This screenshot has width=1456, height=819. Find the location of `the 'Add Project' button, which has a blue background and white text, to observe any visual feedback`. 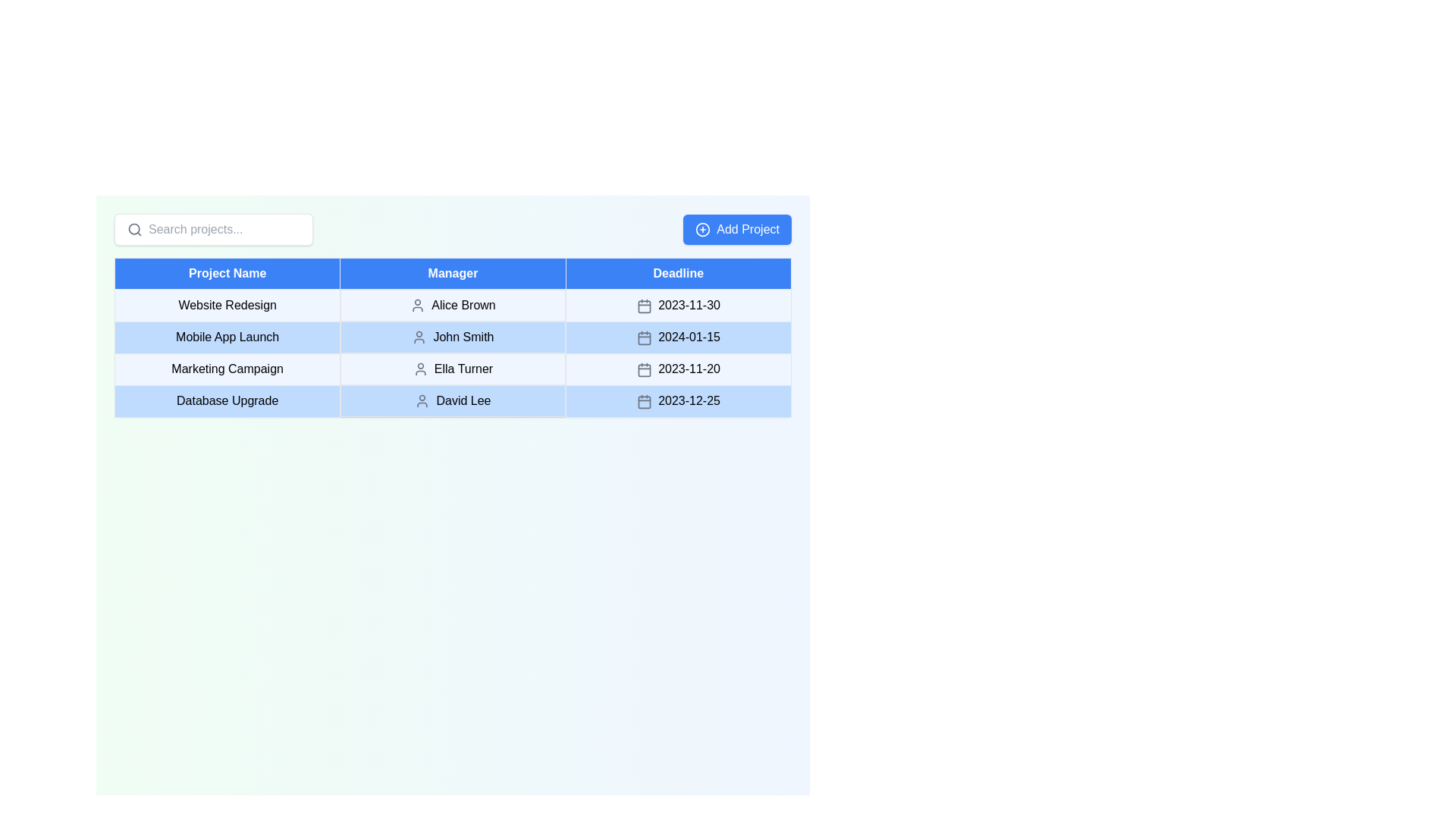

the 'Add Project' button, which has a blue background and white text, to observe any visual feedback is located at coordinates (737, 230).